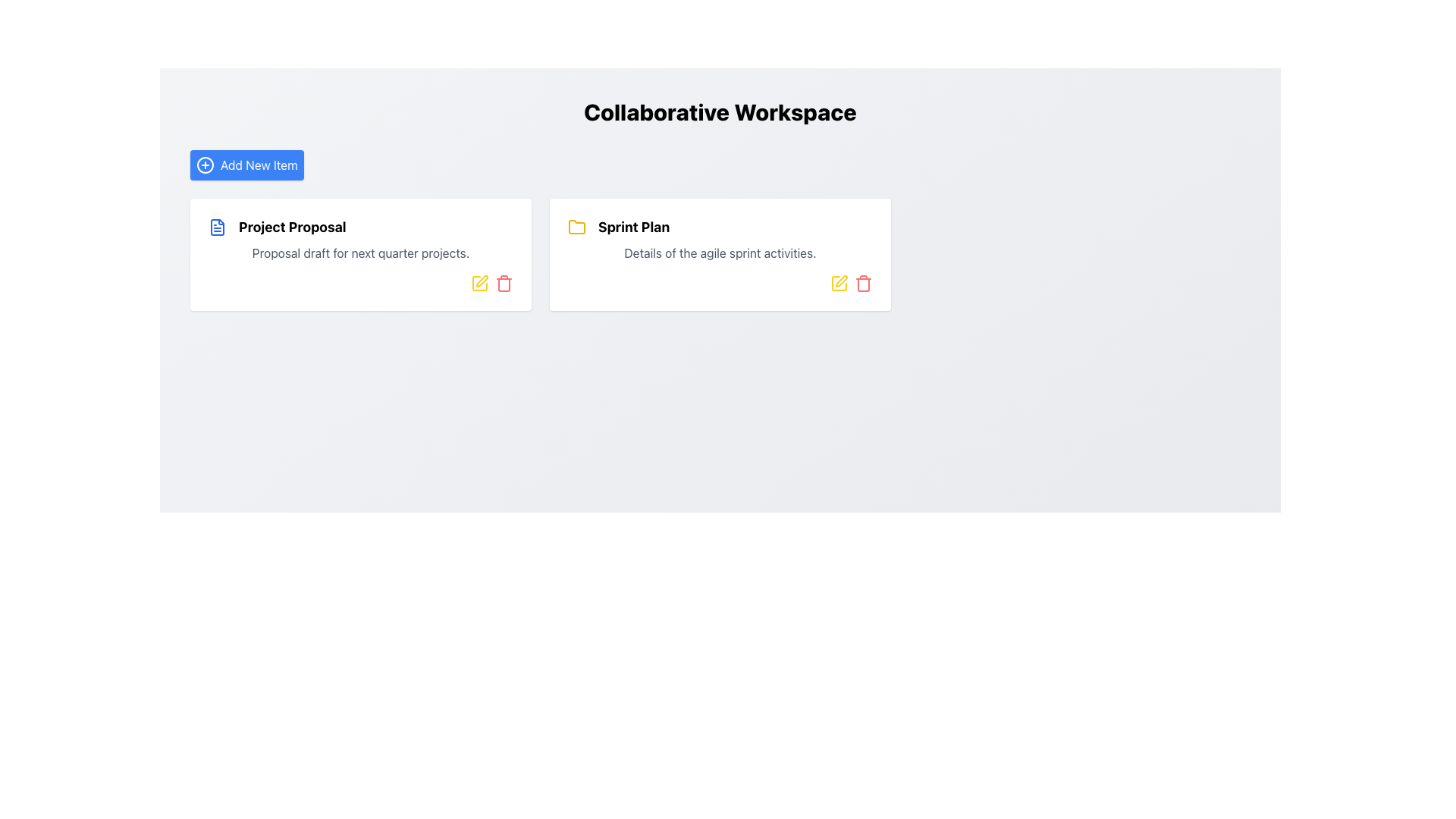  Describe the element at coordinates (504, 284) in the screenshot. I see `the trash icon located at the bottom-right corner of the 'Project Proposal' card` at that location.